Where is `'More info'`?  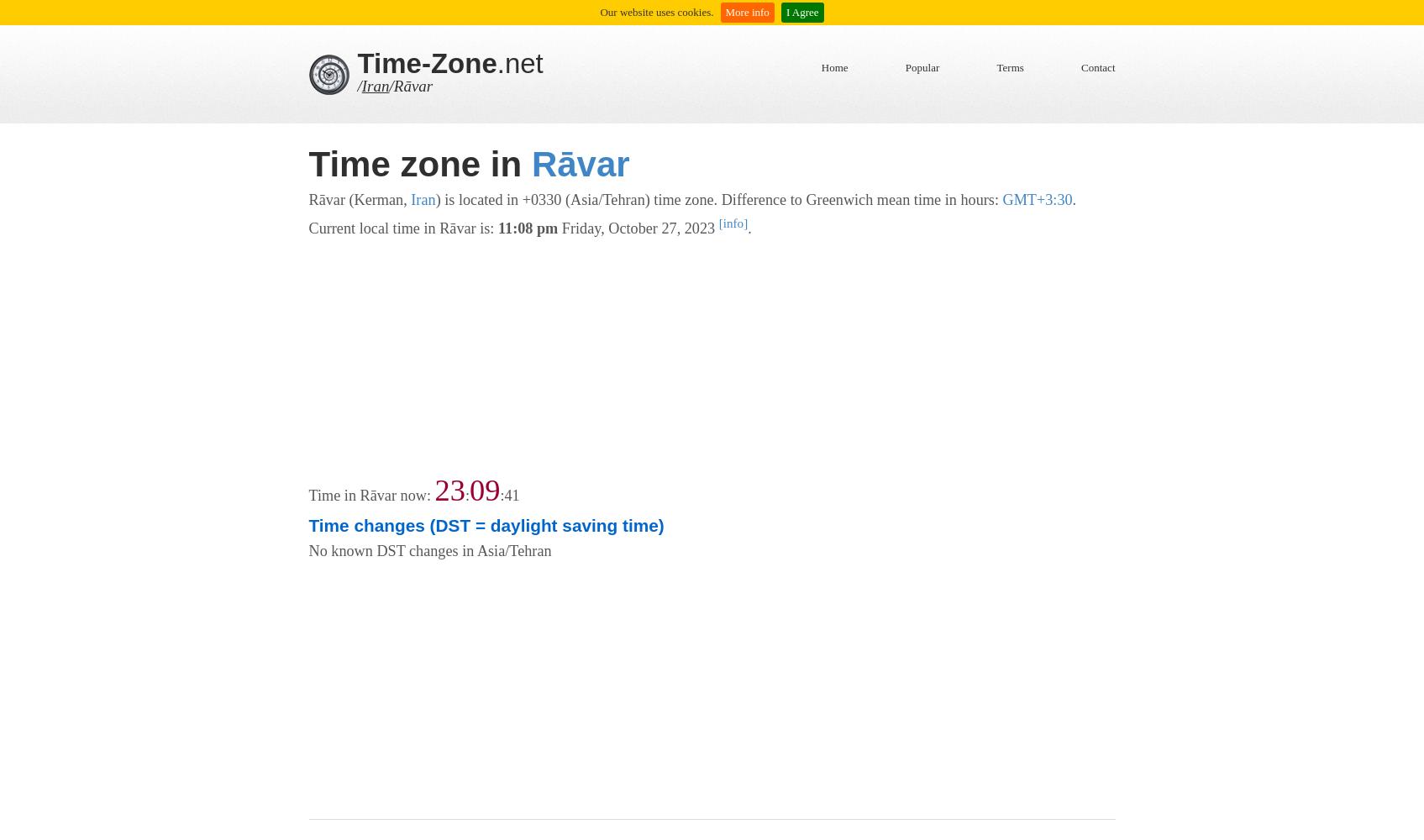
'More info' is located at coordinates (746, 12).